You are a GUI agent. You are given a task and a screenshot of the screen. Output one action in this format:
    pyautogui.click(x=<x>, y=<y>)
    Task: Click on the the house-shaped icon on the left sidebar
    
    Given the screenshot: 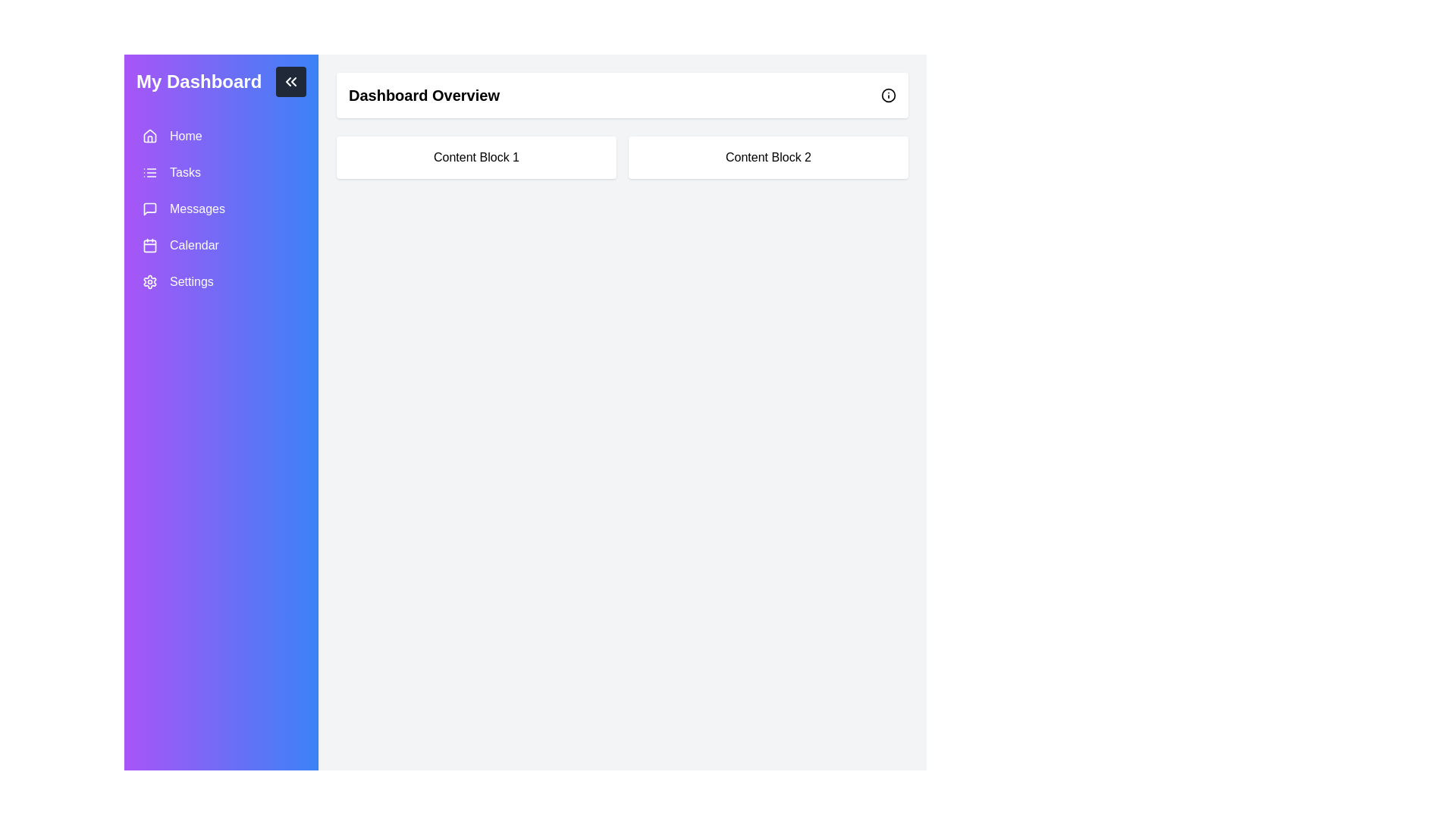 What is the action you would take?
    pyautogui.click(x=149, y=136)
    